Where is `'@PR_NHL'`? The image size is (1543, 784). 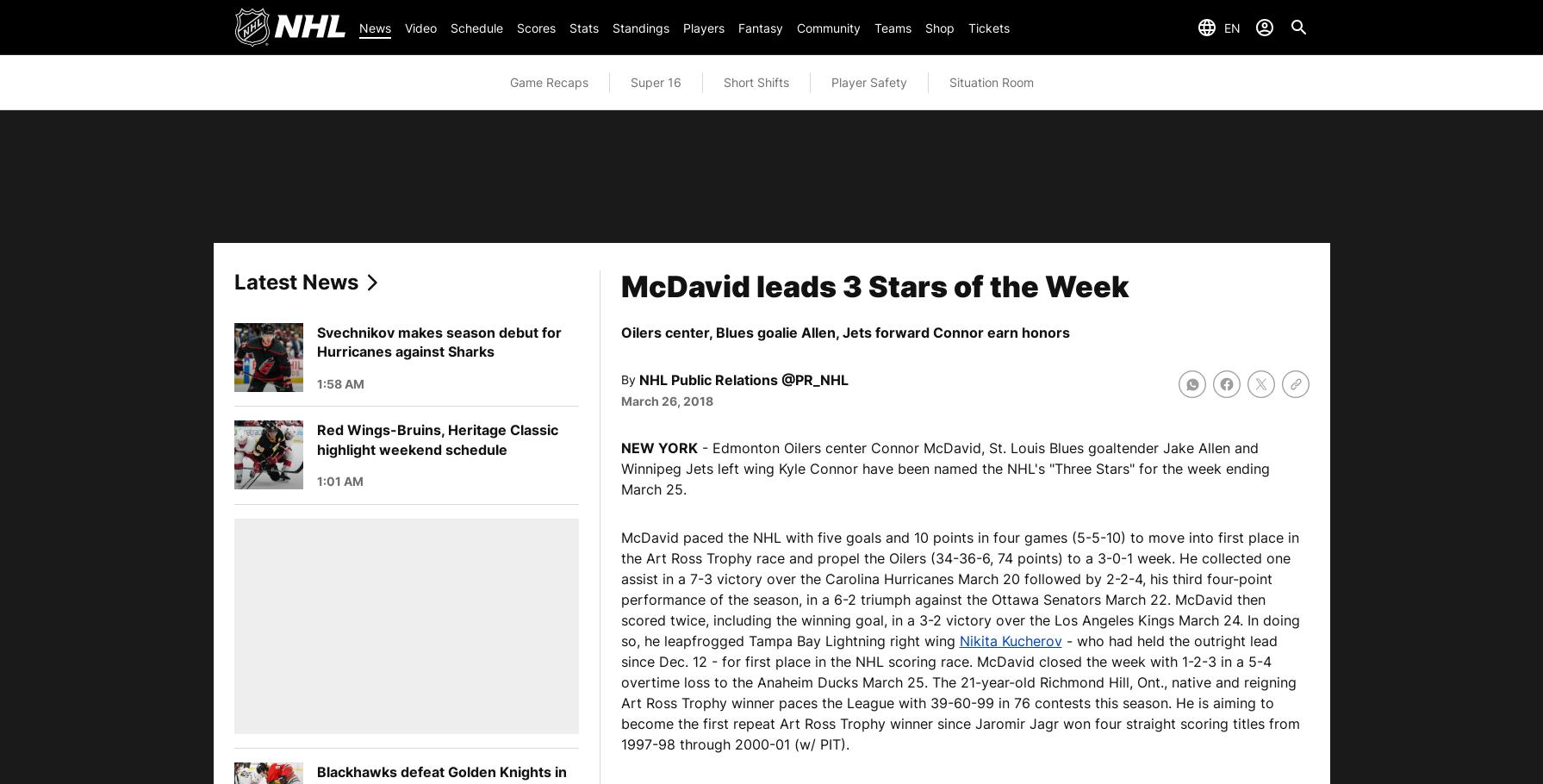
'@PR_NHL' is located at coordinates (812, 378).